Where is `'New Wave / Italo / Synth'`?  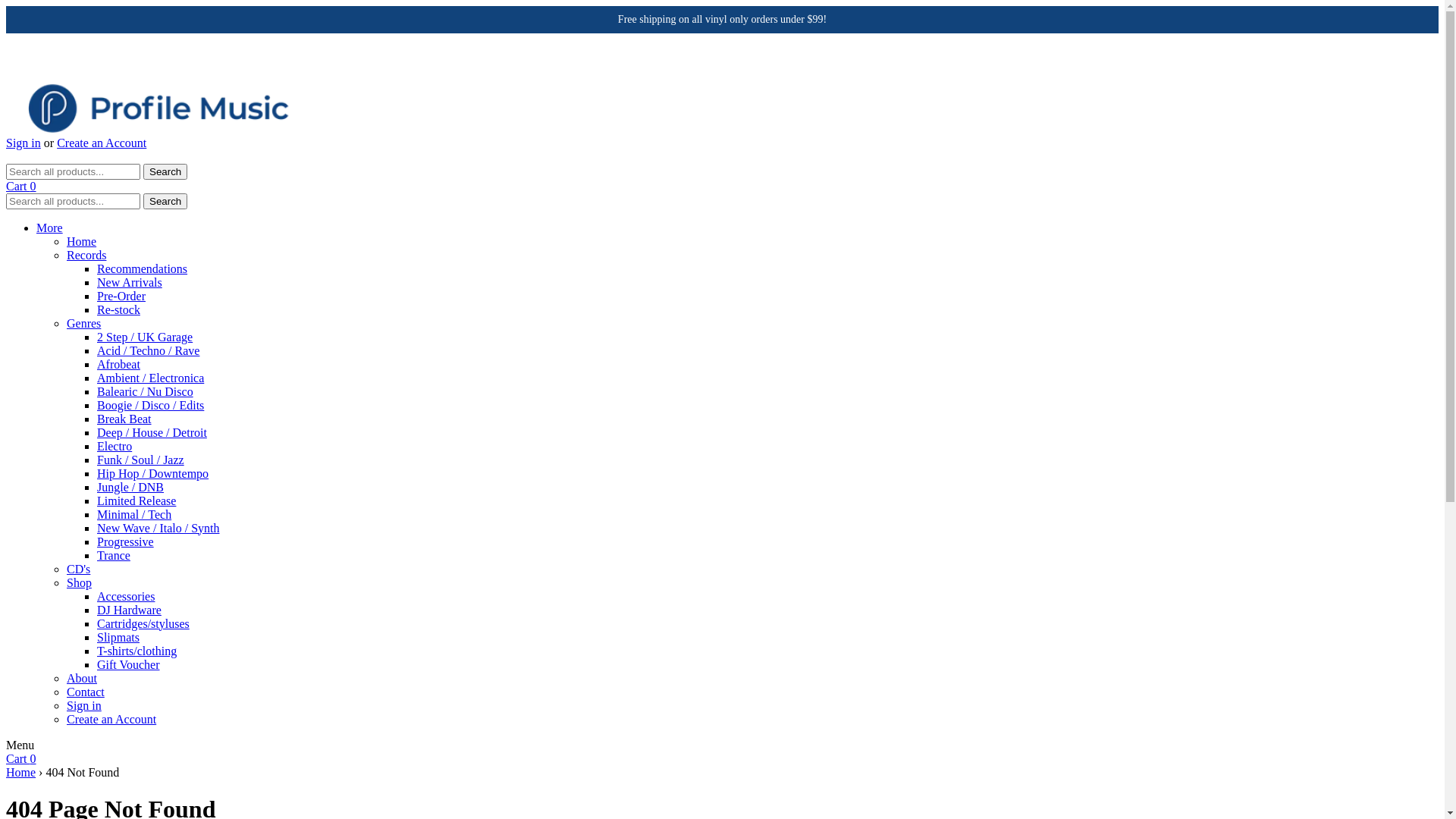
'New Wave / Italo / Synth' is located at coordinates (158, 527).